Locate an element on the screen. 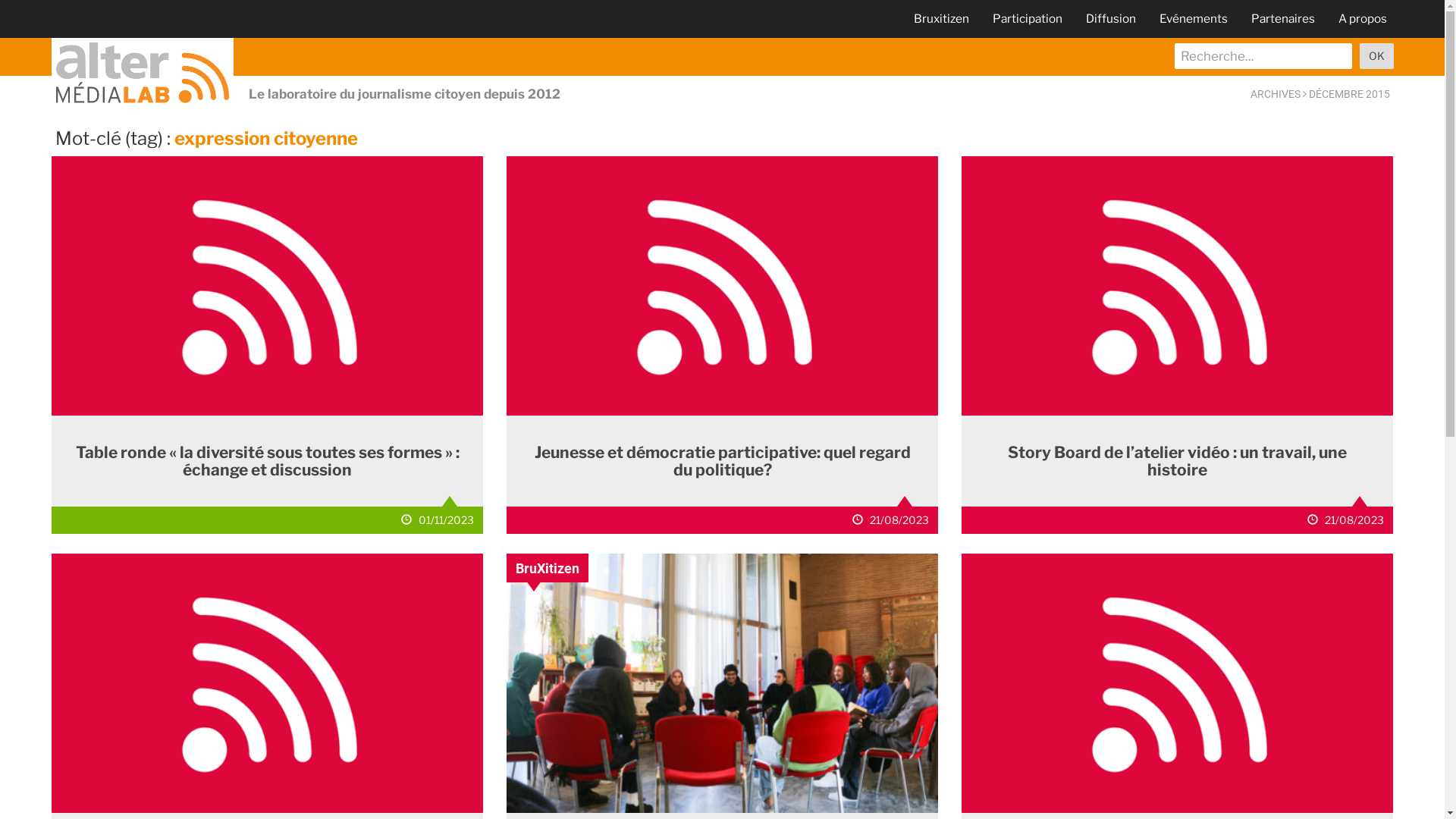 This screenshot has height=819, width=1456. 'recherche' is located at coordinates (1263, 55).